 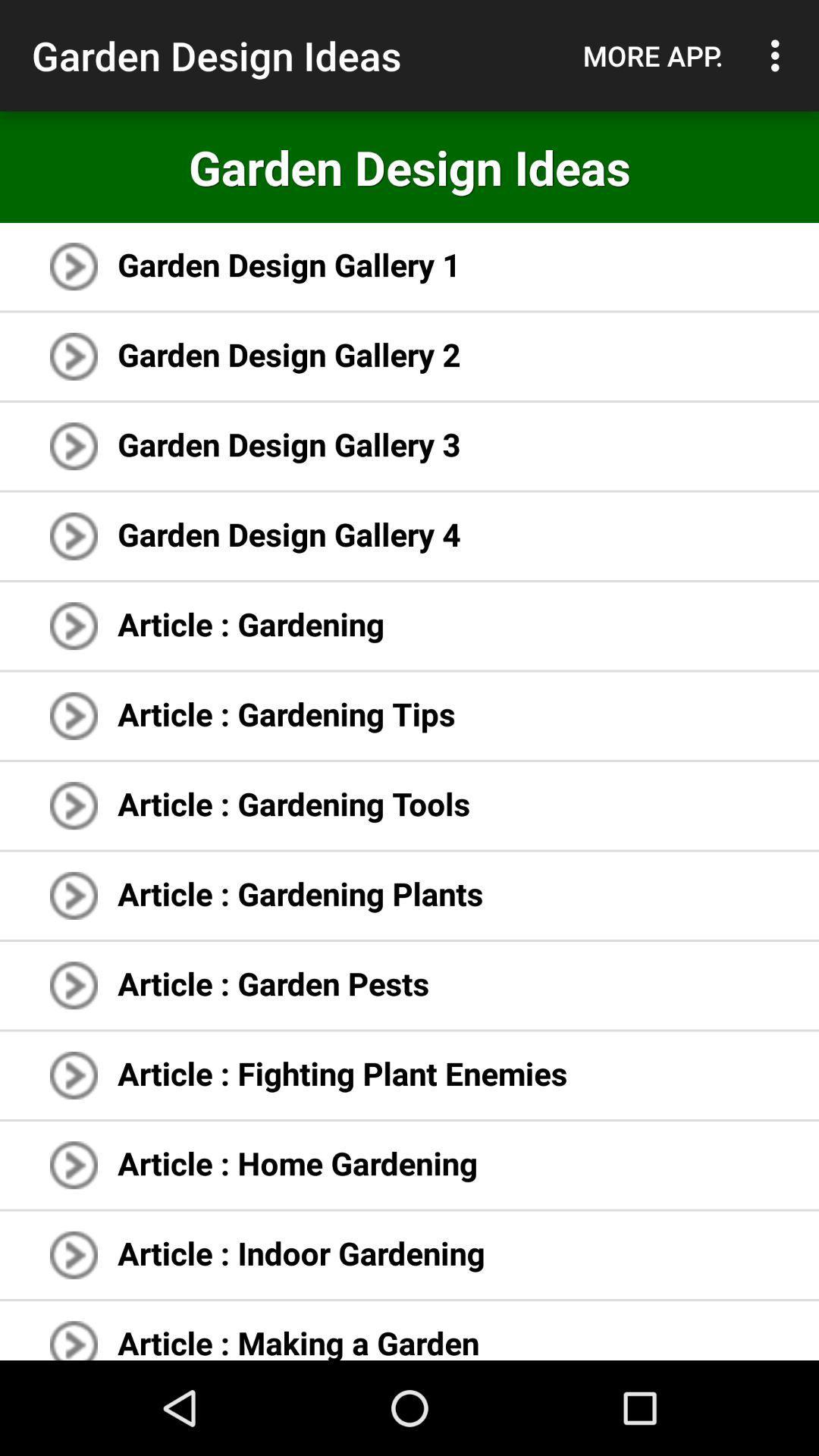 What do you see at coordinates (652, 55) in the screenshot?
I see `item to the right of the garden design ideas app` at bounding box center [652, 55].